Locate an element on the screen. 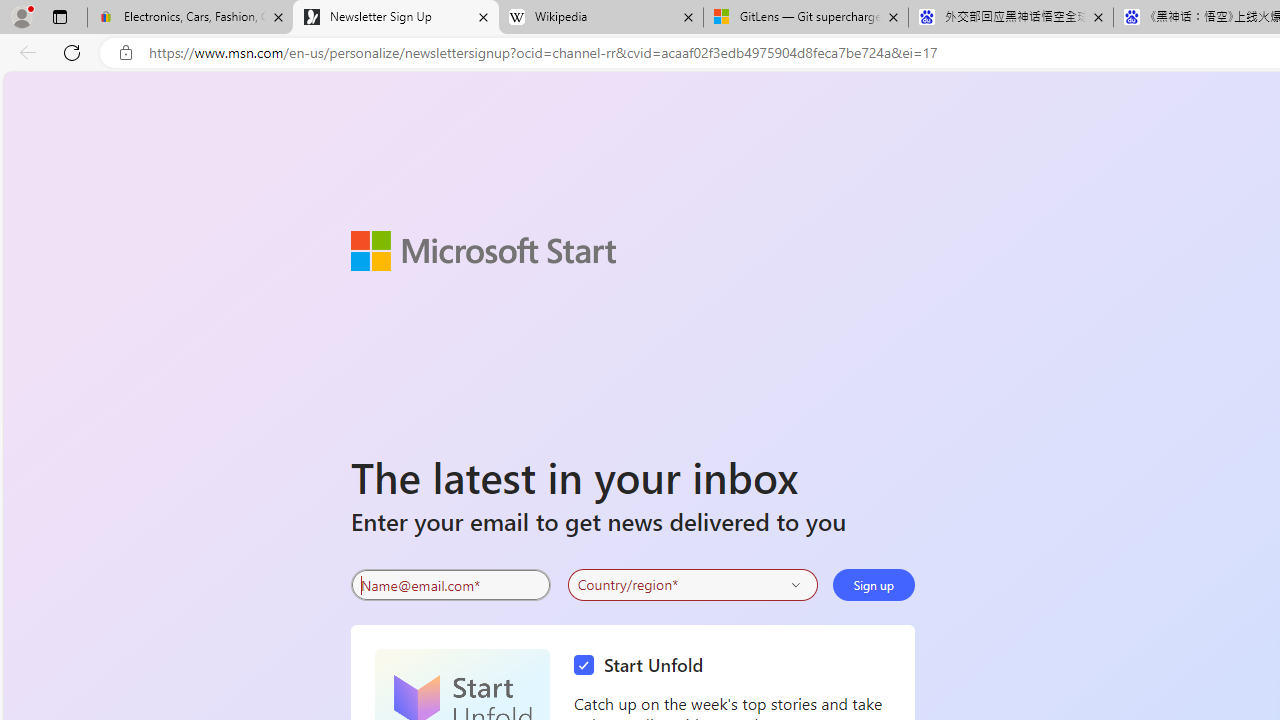  'Electronics, Cars, Fashion, Collectibles & More | eBay' is located at coordinates (190, 17).